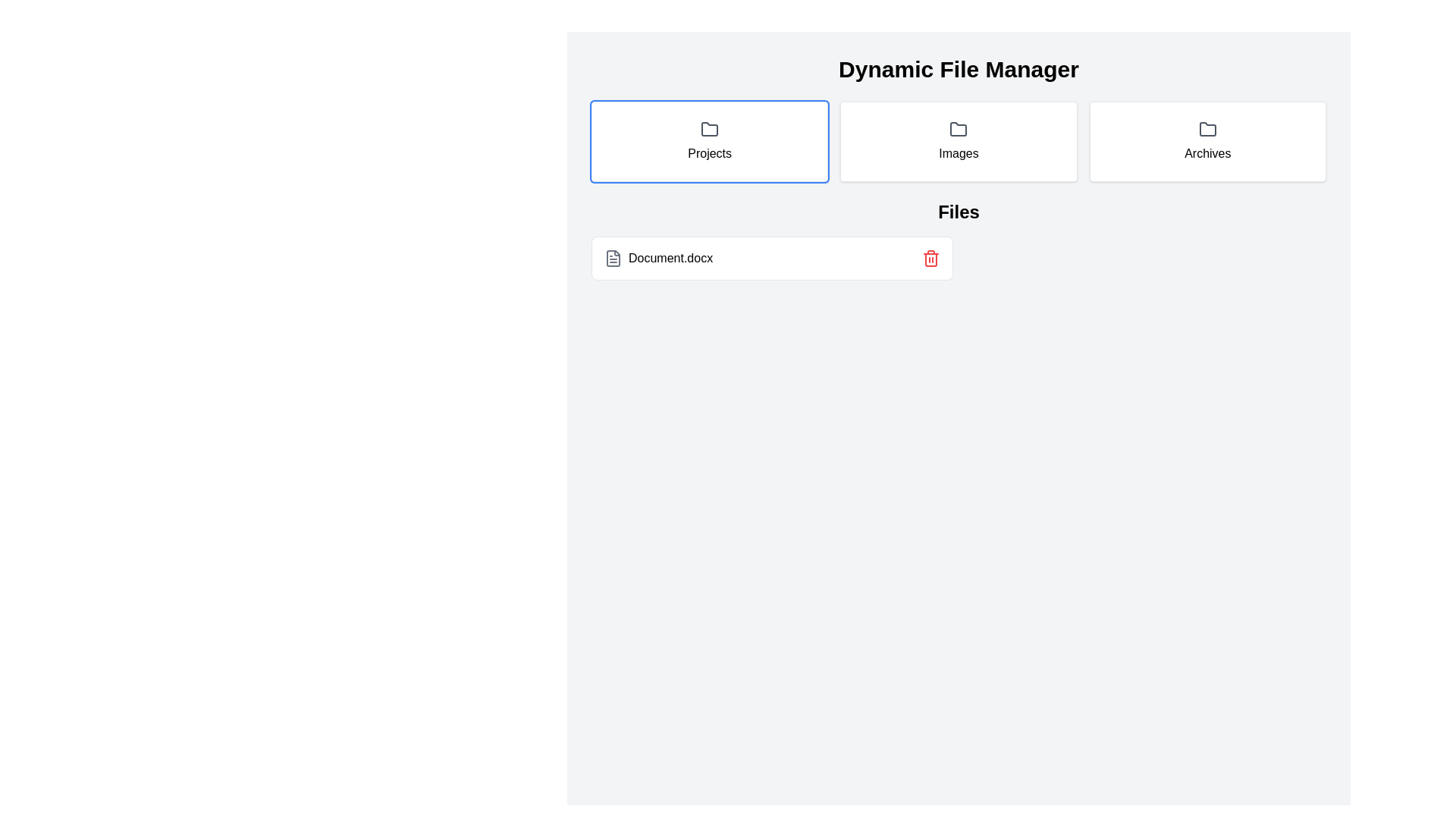 This screenshot has width=1456, height=819. Describe the element at coordinates (930, 259) in the screenshot. I see `the curved segment of the red trash can icon, which is part of the SVG graphic, located directly below the top edge line of the bin` at that location.